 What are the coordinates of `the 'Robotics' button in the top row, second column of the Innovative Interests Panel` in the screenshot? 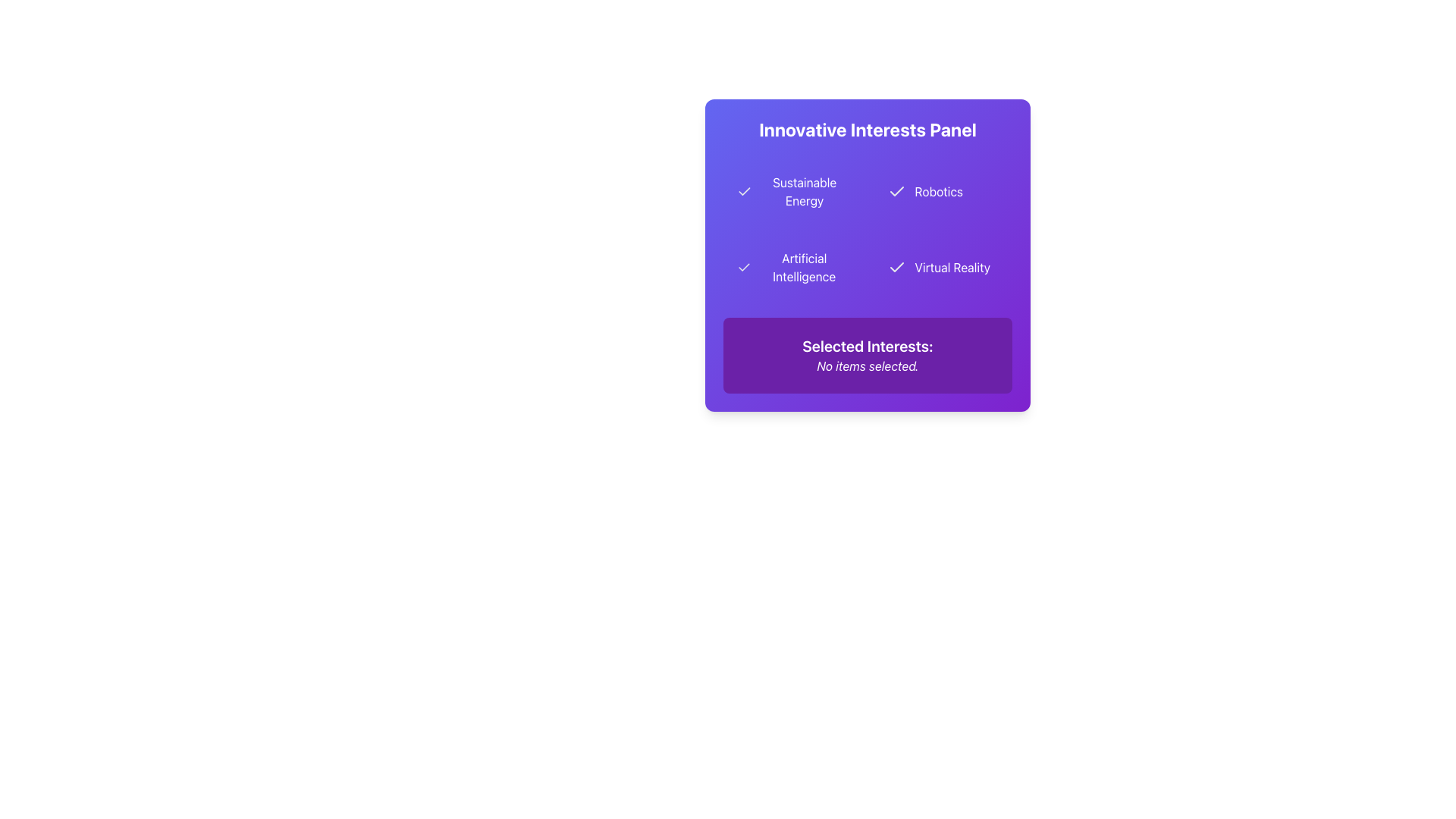 It's located at (942, 191).